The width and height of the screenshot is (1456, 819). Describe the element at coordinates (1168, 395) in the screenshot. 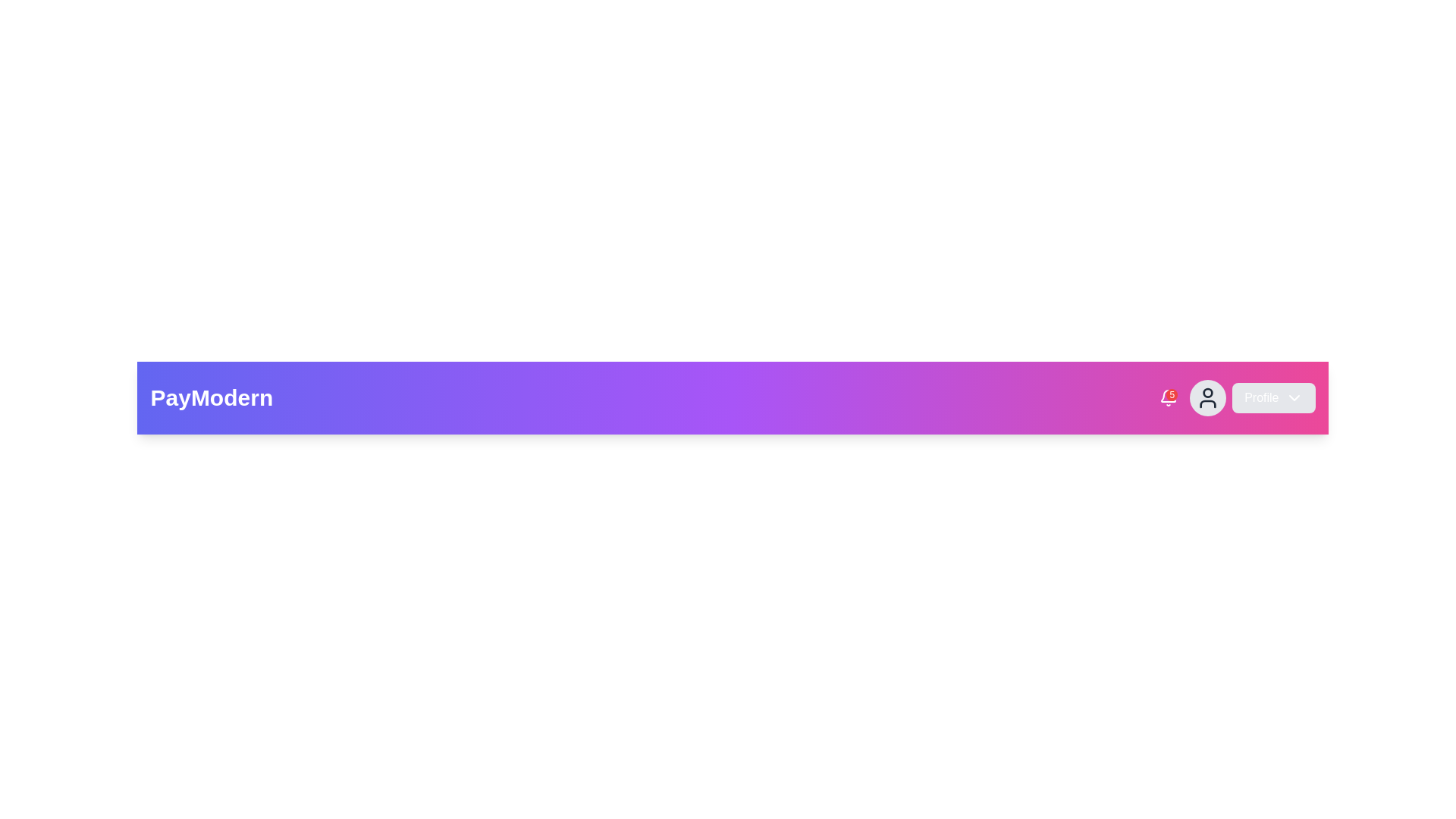

I see `the Notification icon with badge located in the top-right corner of the navigation bar` at that location.